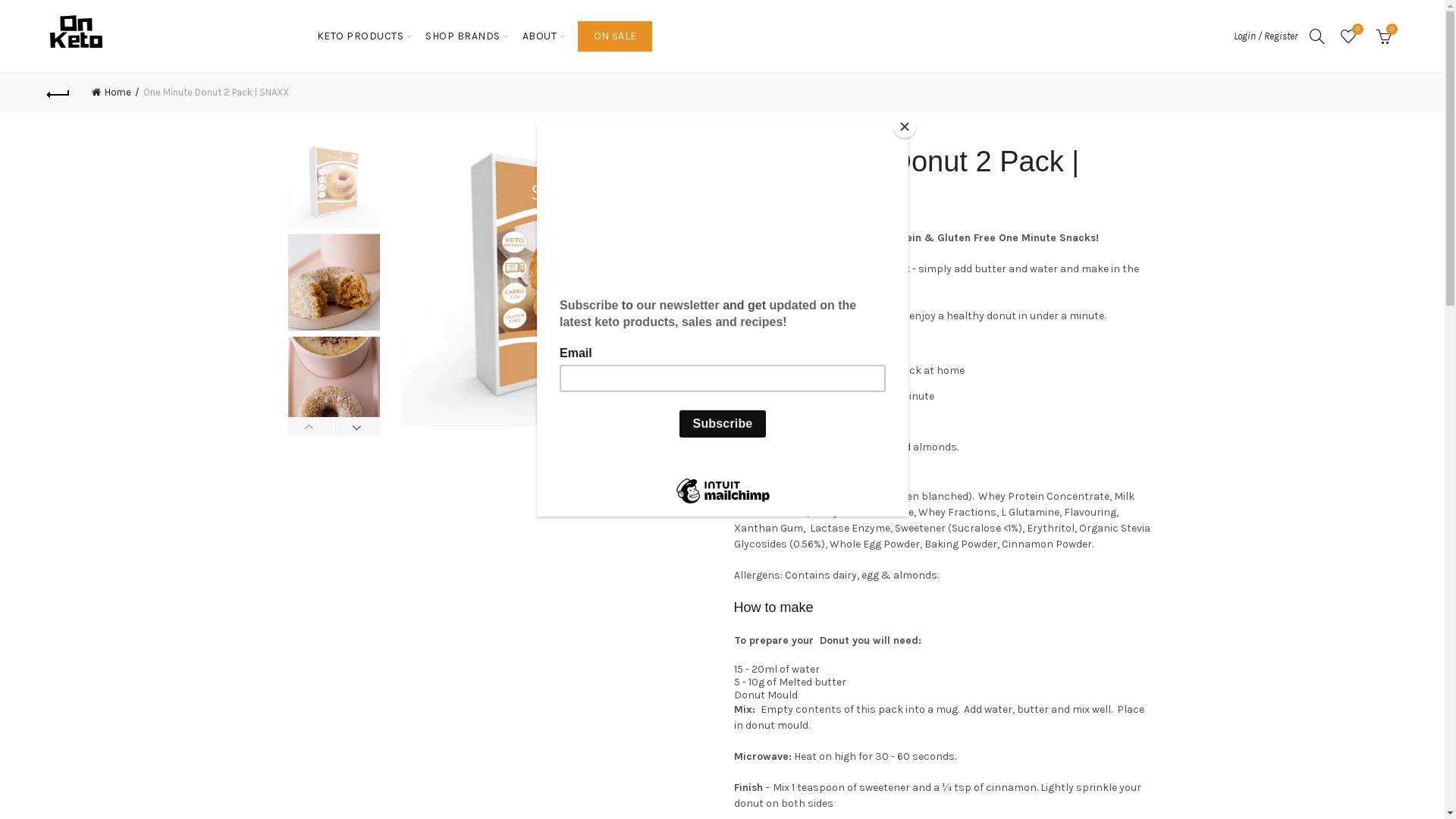  I want to click on 'ABOUT', so click(539, 35).